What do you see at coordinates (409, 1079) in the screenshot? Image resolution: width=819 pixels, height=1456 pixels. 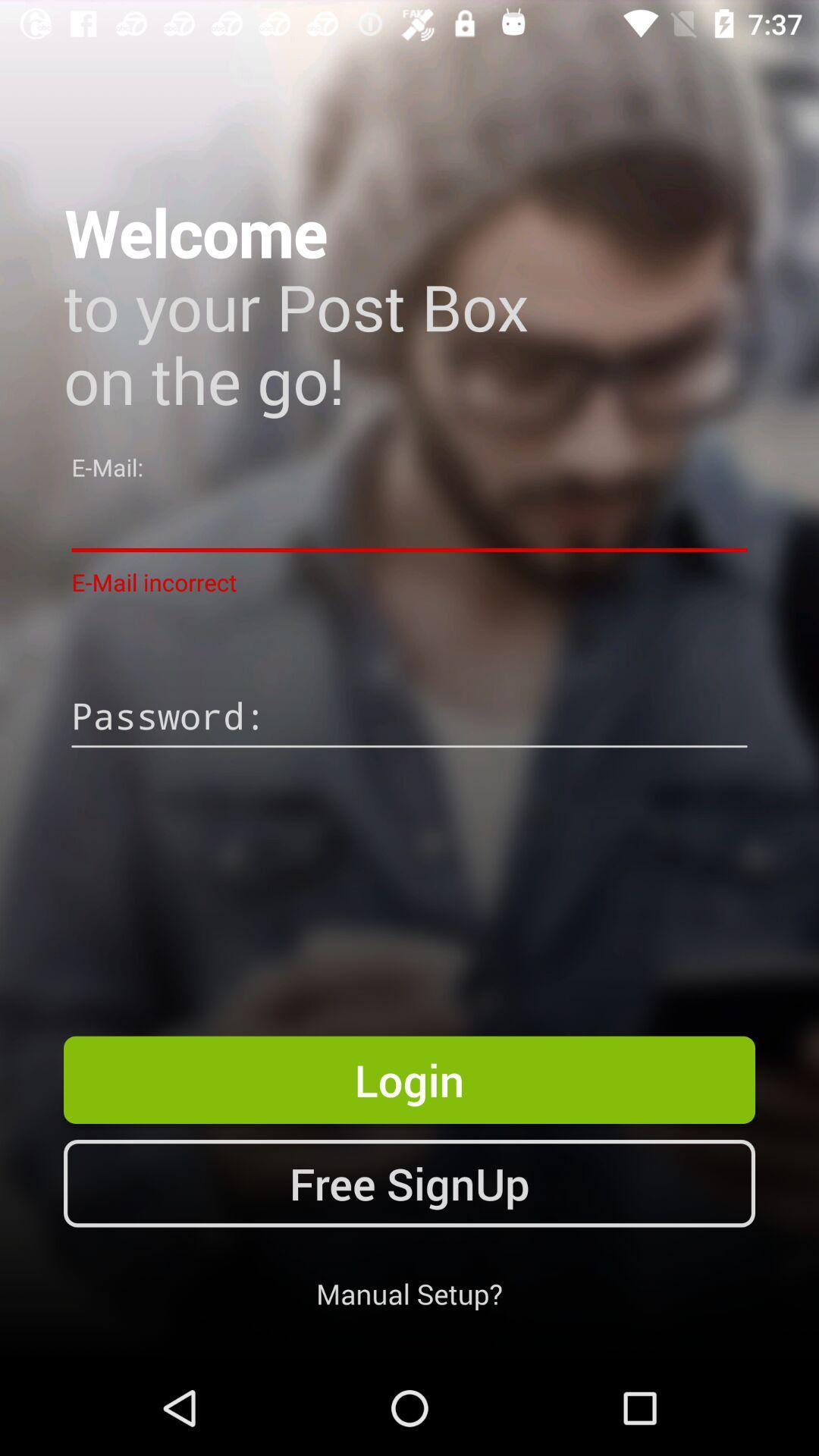 I see `the item above free signup icon` at bounding box center [409, 1079].